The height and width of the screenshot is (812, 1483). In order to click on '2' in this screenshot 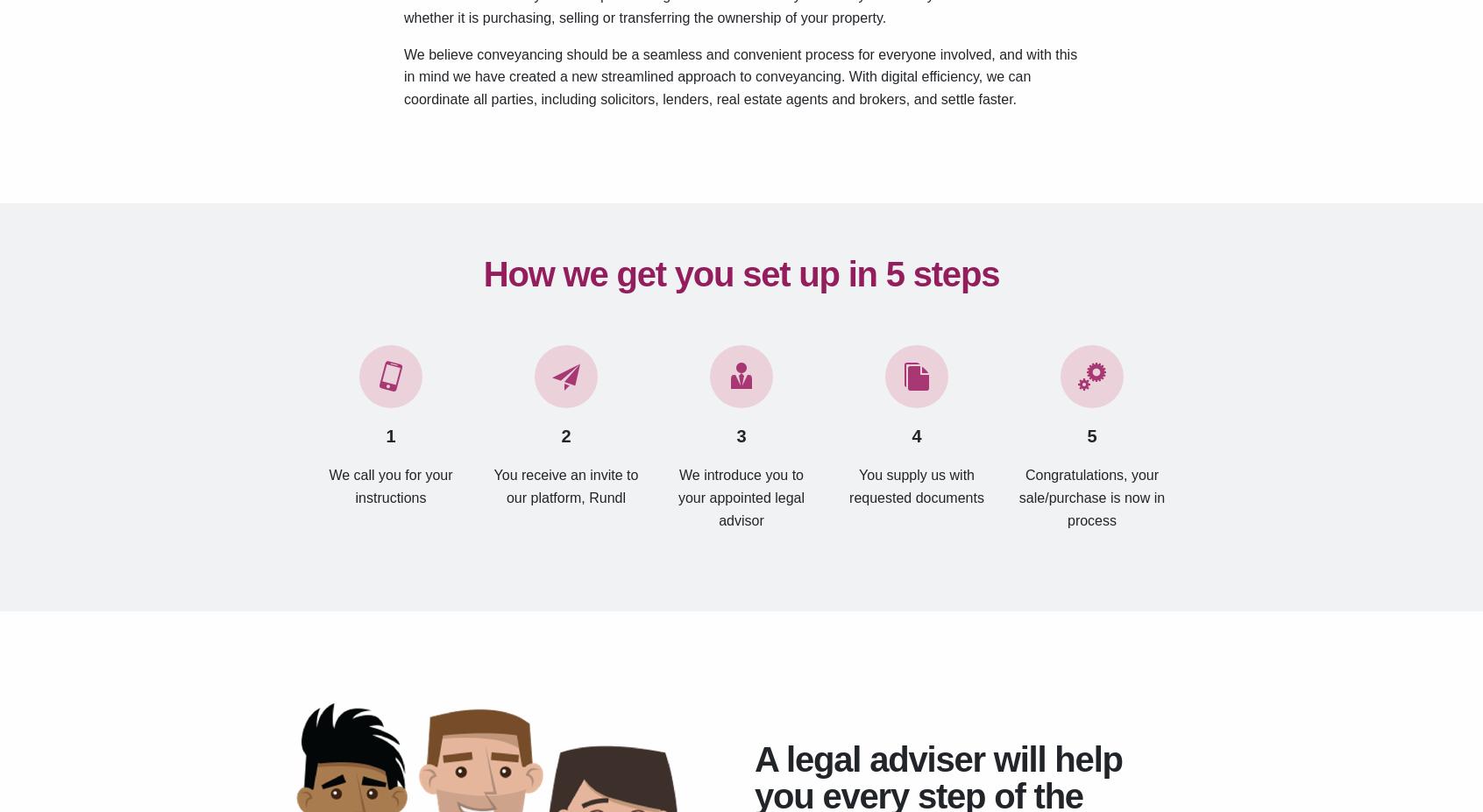, I will do `click(565, 435)`.